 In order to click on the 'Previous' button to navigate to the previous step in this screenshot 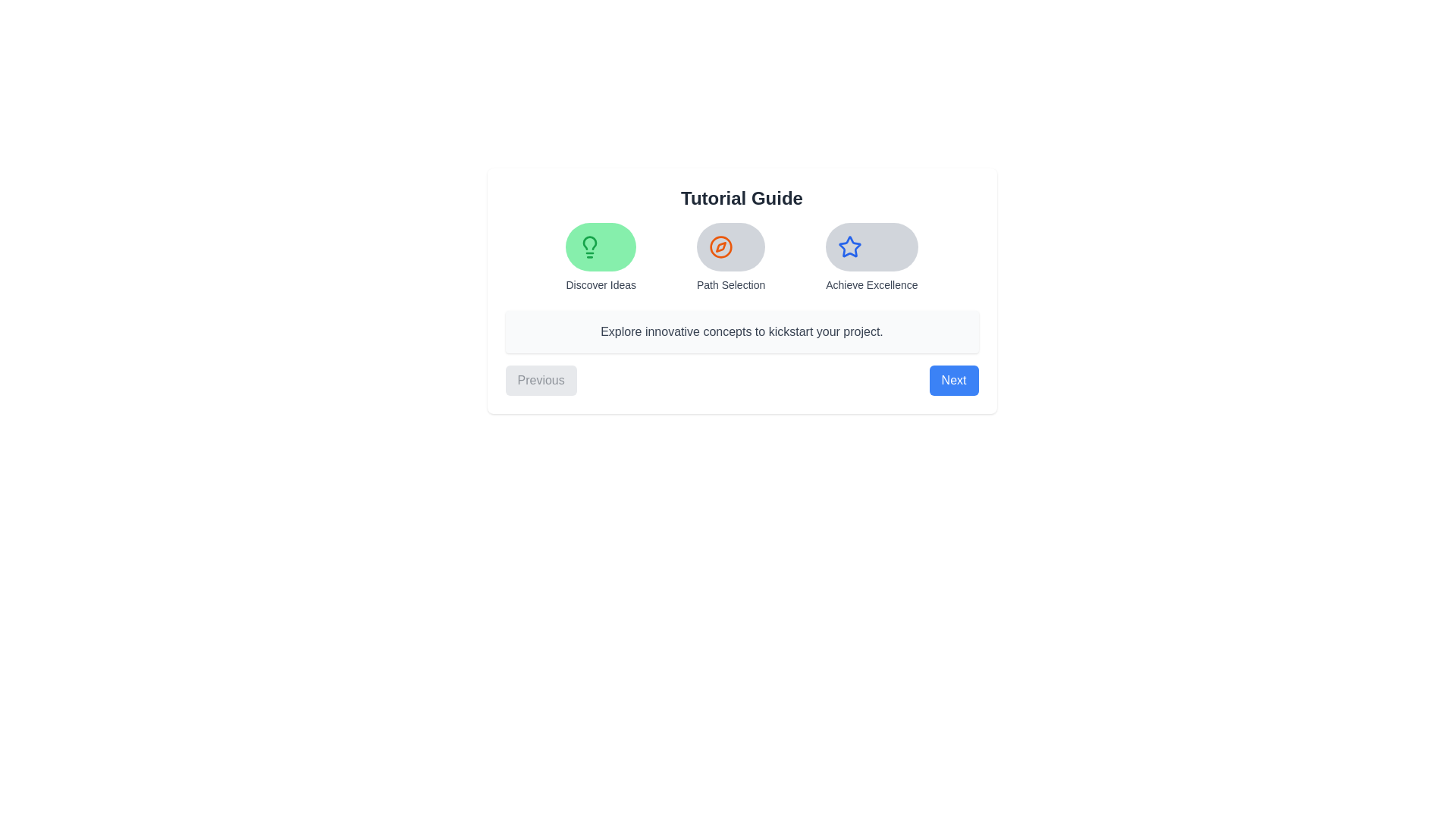, I will do `click(541, 379)`.